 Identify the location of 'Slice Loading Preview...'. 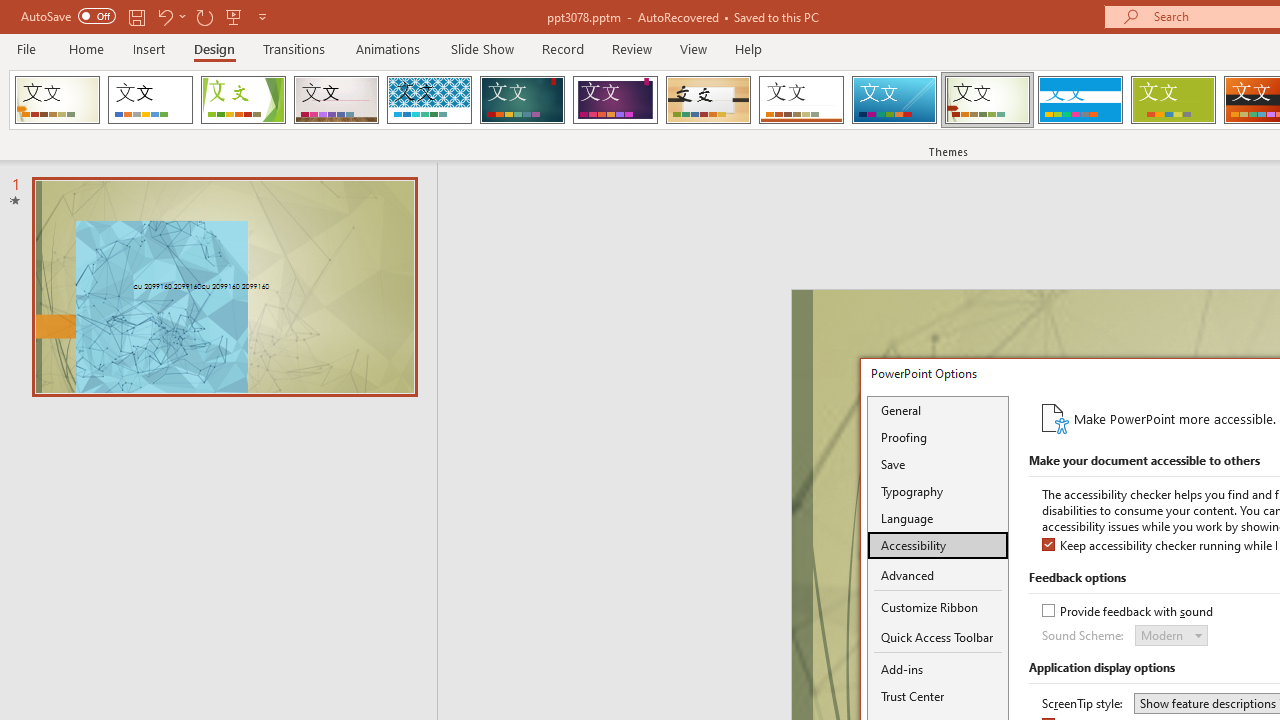
(893, 100).